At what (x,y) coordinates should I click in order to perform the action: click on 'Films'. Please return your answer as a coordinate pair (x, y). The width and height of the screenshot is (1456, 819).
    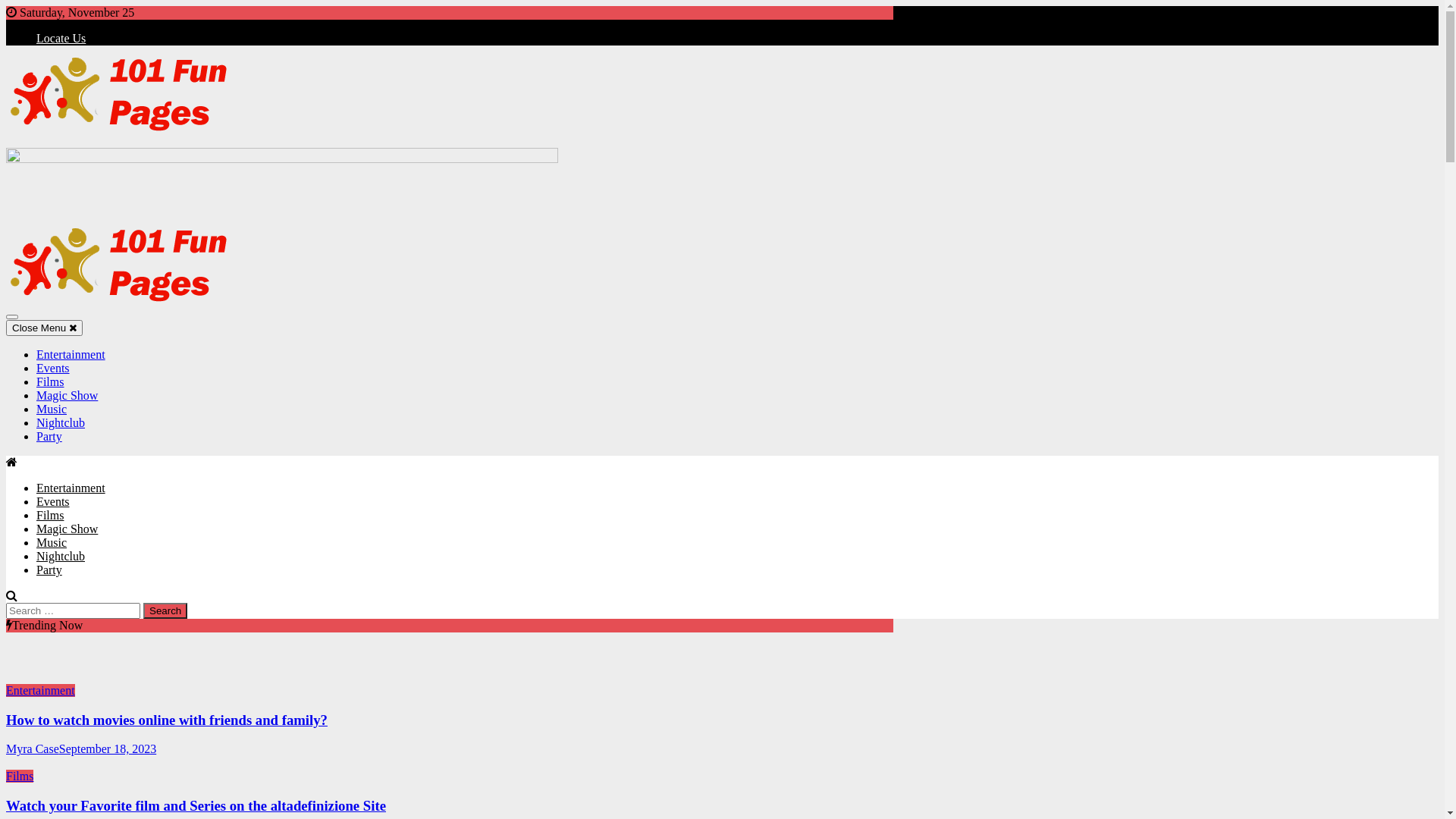
    Looking at the image, I should click on (6, 776).